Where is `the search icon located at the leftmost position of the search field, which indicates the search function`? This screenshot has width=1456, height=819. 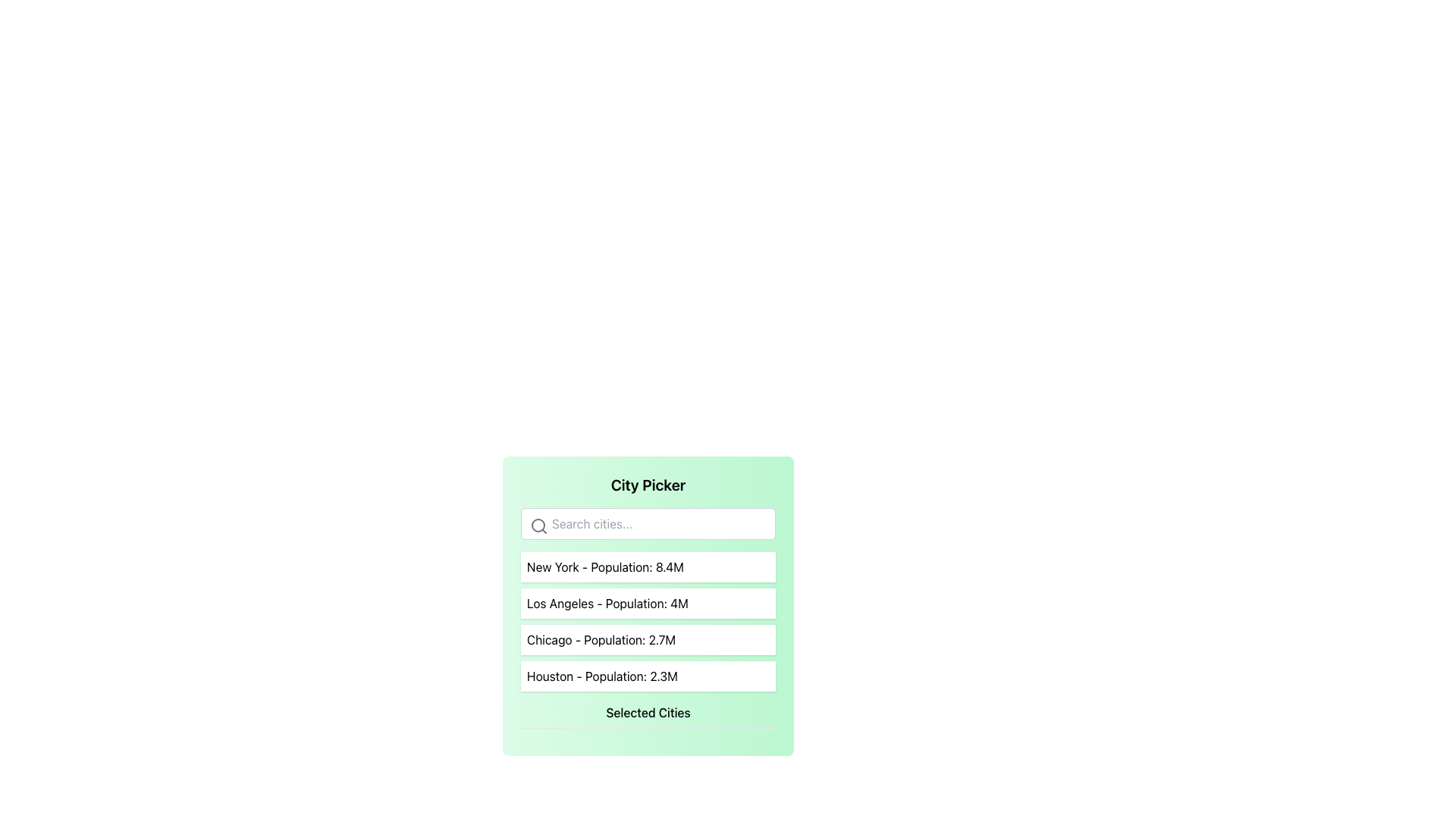 the search icon located at the leftmost position of the search field, which indicates the search function is located at coordinates (538, 526).